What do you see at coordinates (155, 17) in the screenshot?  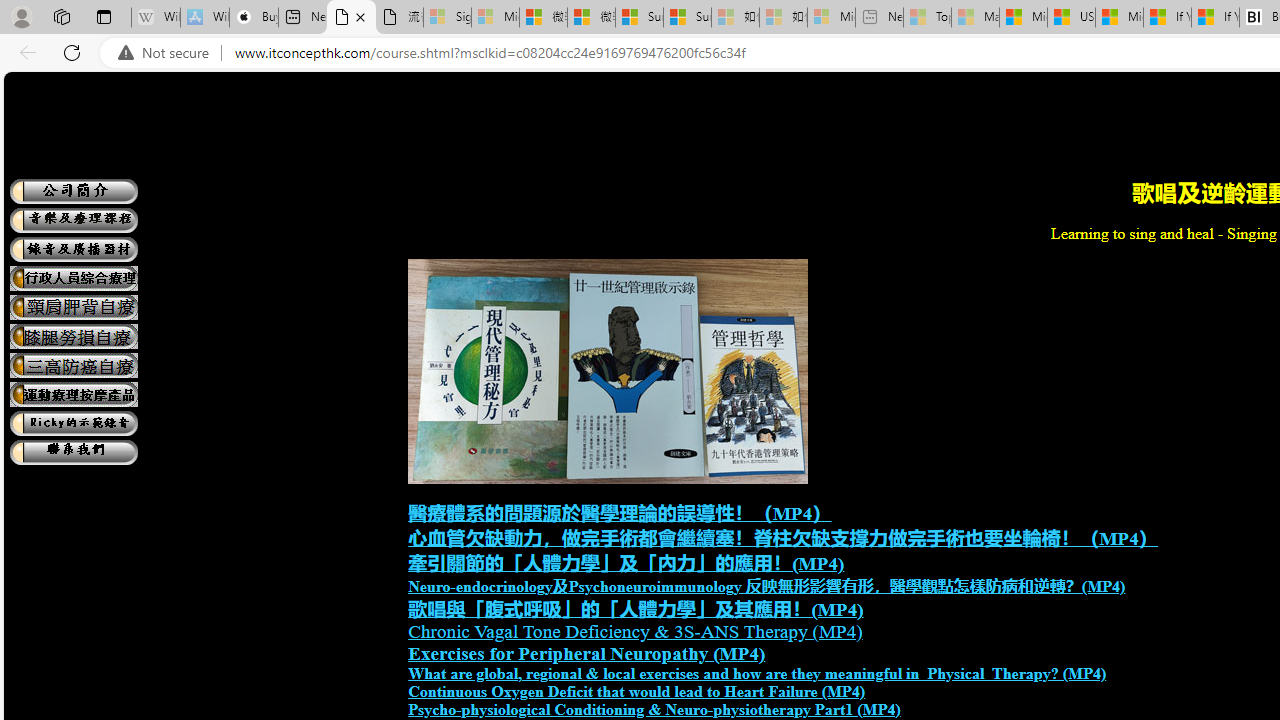 I see `'Wikipedia - Sleeping'` at bounding box center [155, 17].